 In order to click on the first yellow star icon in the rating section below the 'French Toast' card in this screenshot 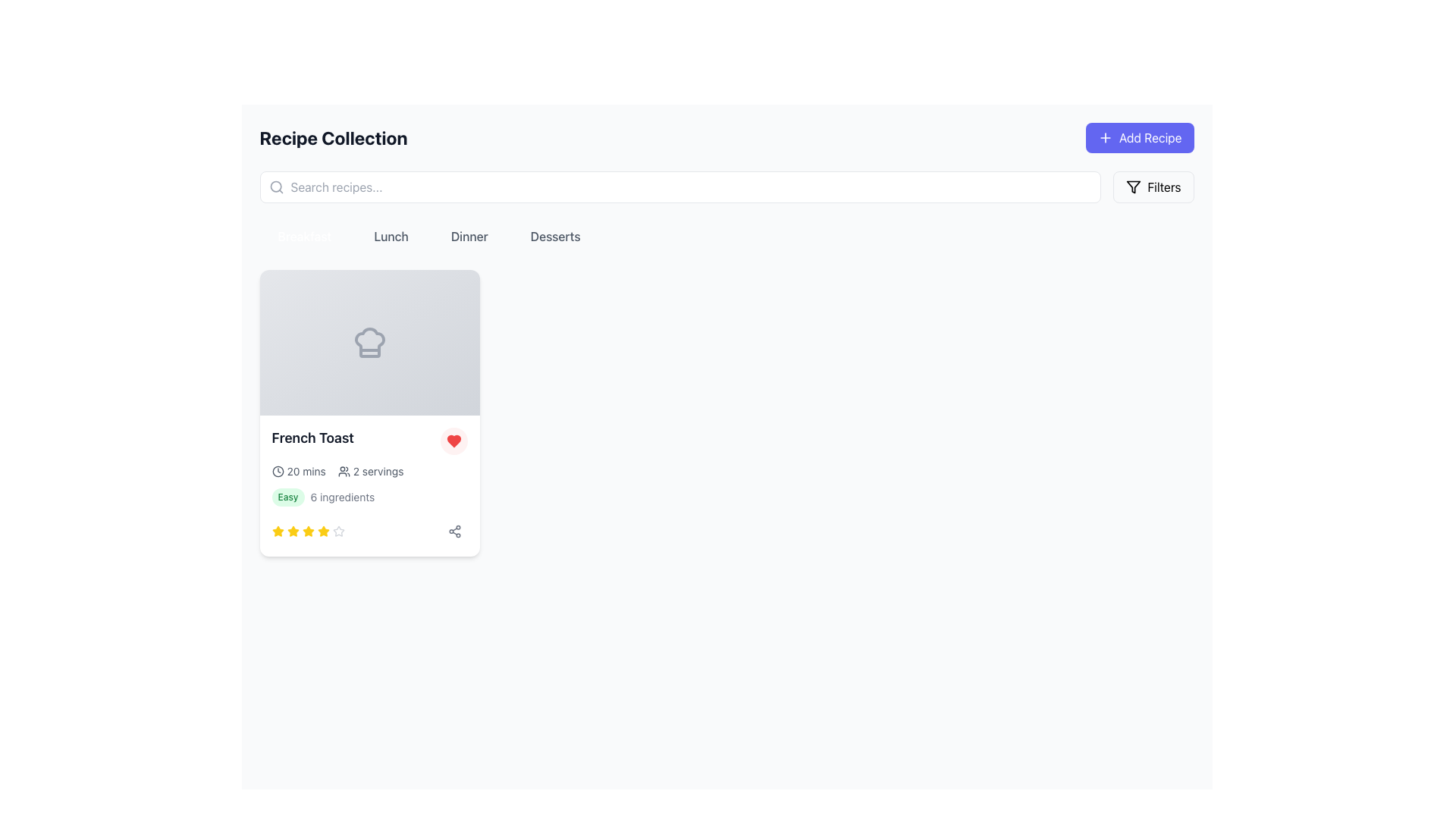, I will do `click(293, 530)`.